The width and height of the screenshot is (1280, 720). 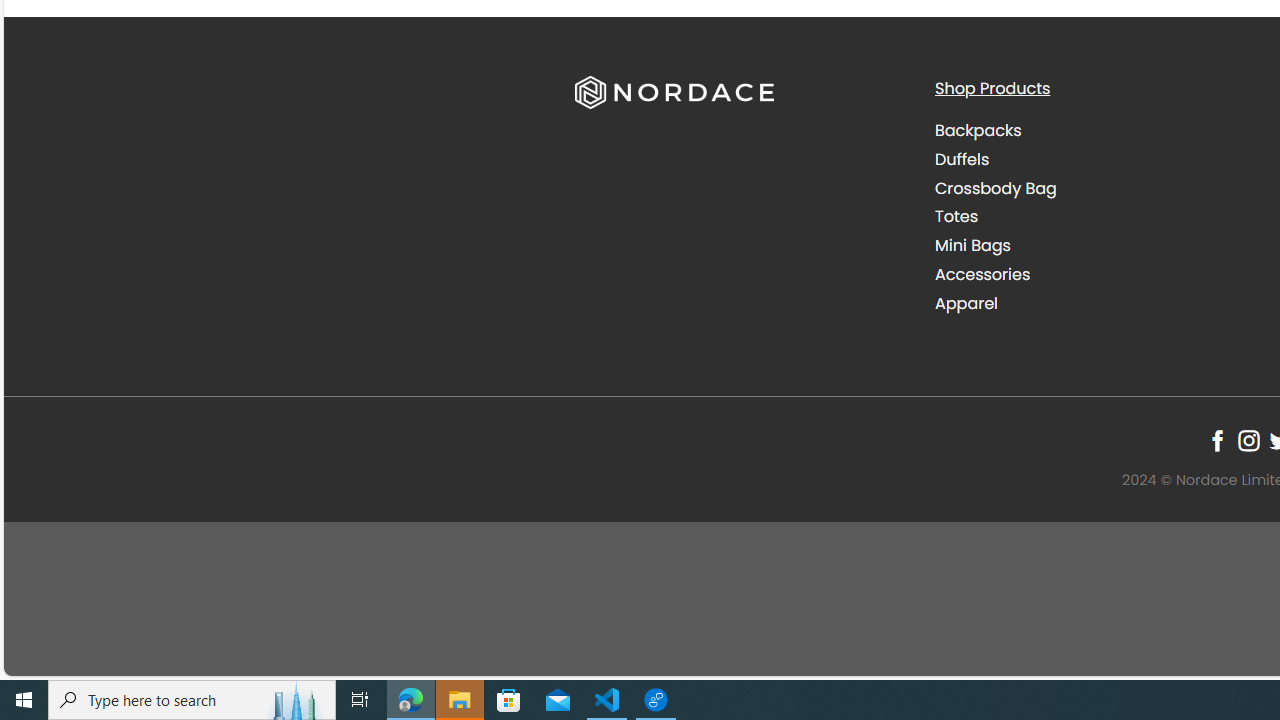 I want to click on 'Crossbody Bag', so click(x=1098, y=188).